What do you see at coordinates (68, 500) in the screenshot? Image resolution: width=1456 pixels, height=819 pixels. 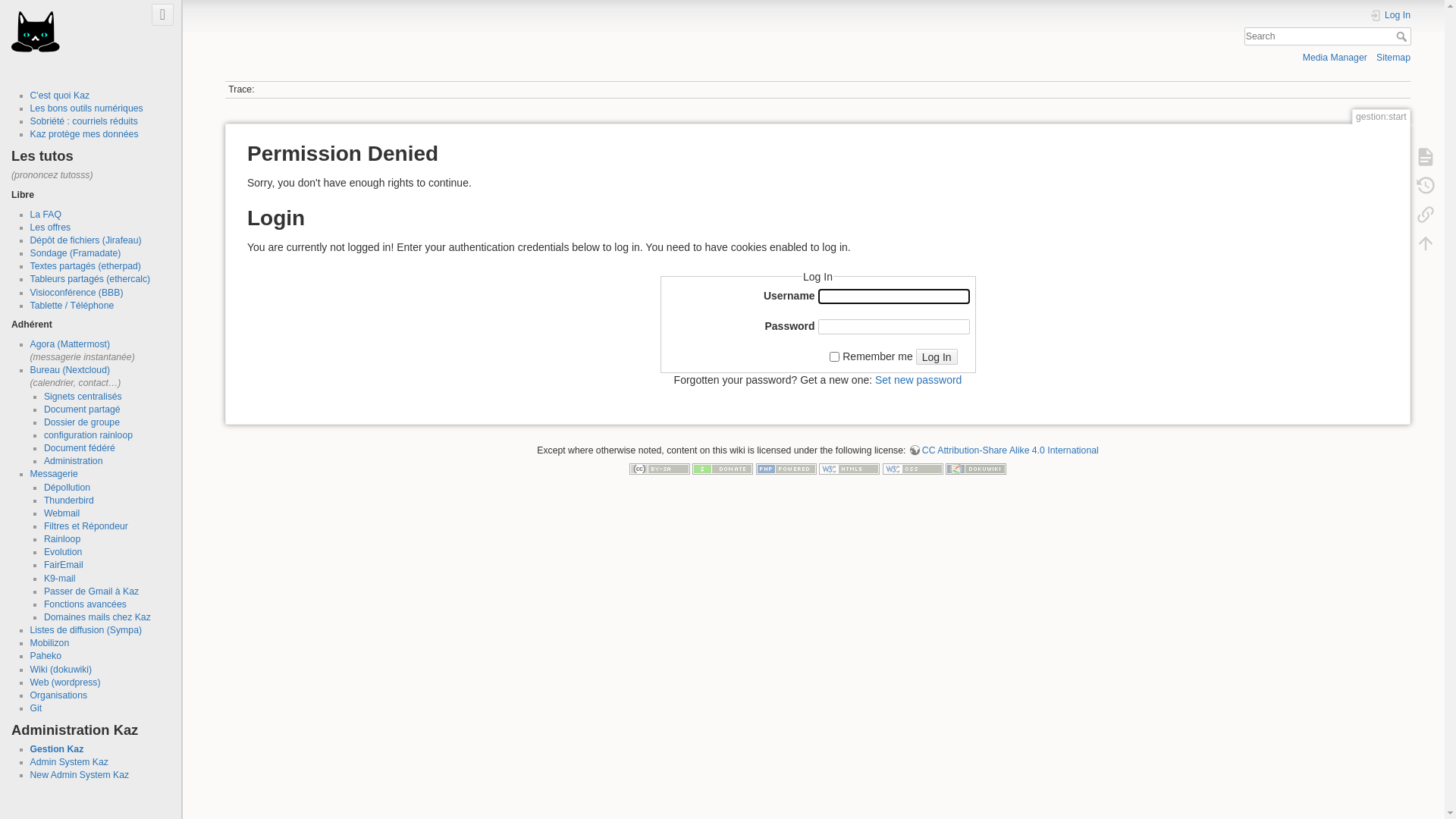 I see `'Thunderbird'` at bounding box center [68, 500].